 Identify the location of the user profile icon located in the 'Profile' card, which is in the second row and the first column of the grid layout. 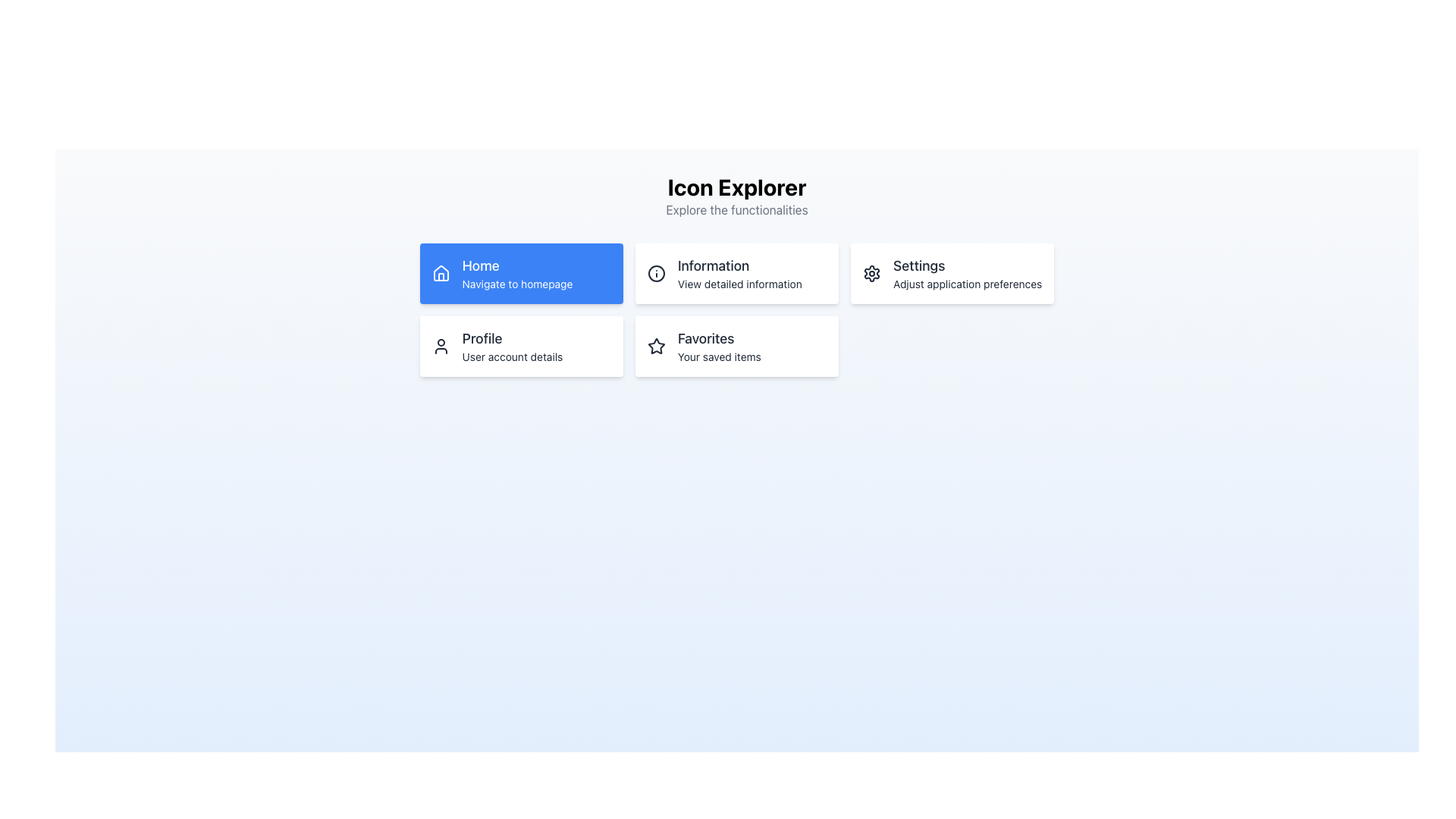
(440, 346).